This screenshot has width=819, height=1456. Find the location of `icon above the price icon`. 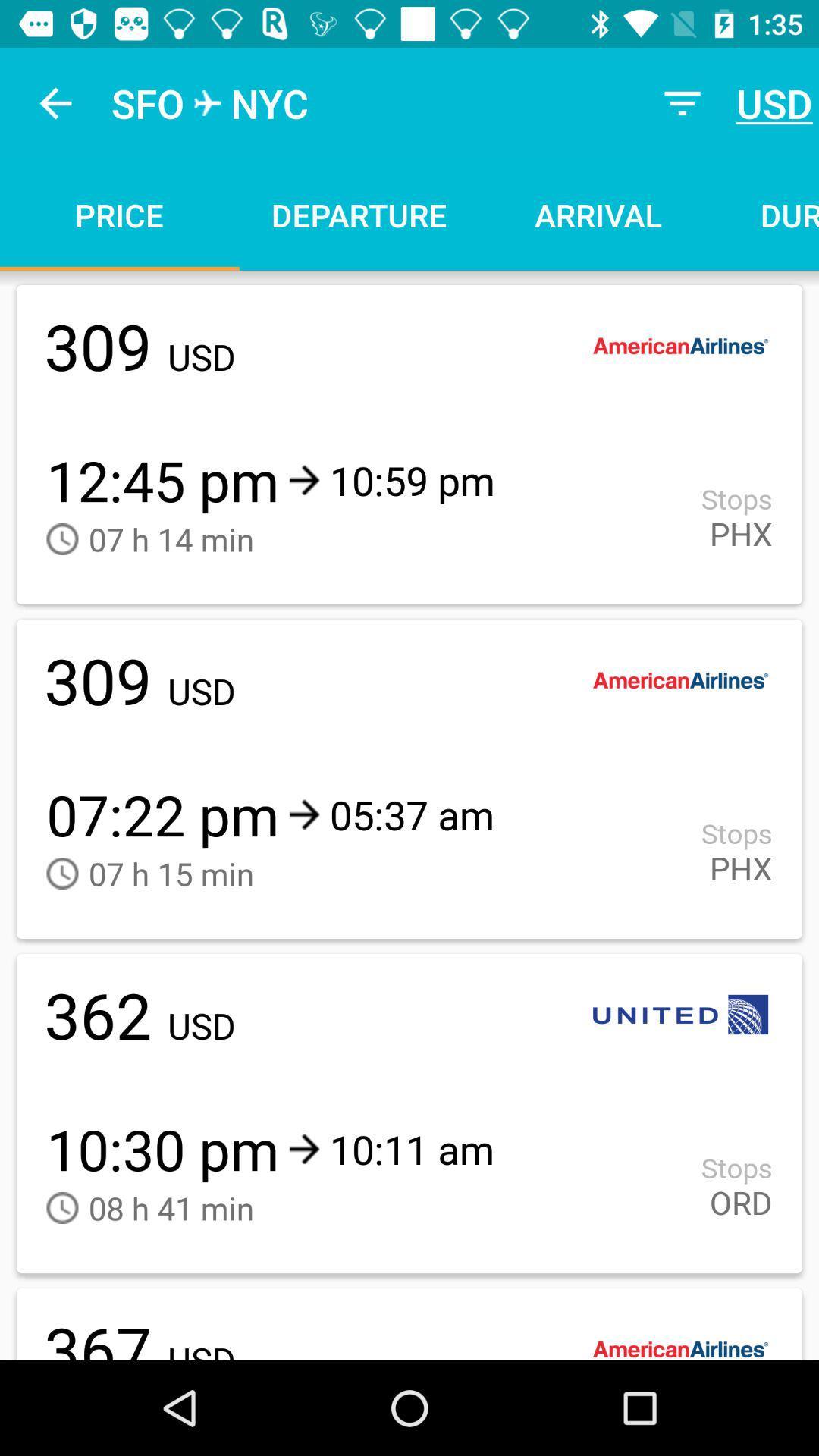

icon above the price icon is located at coordinates (55, 102).